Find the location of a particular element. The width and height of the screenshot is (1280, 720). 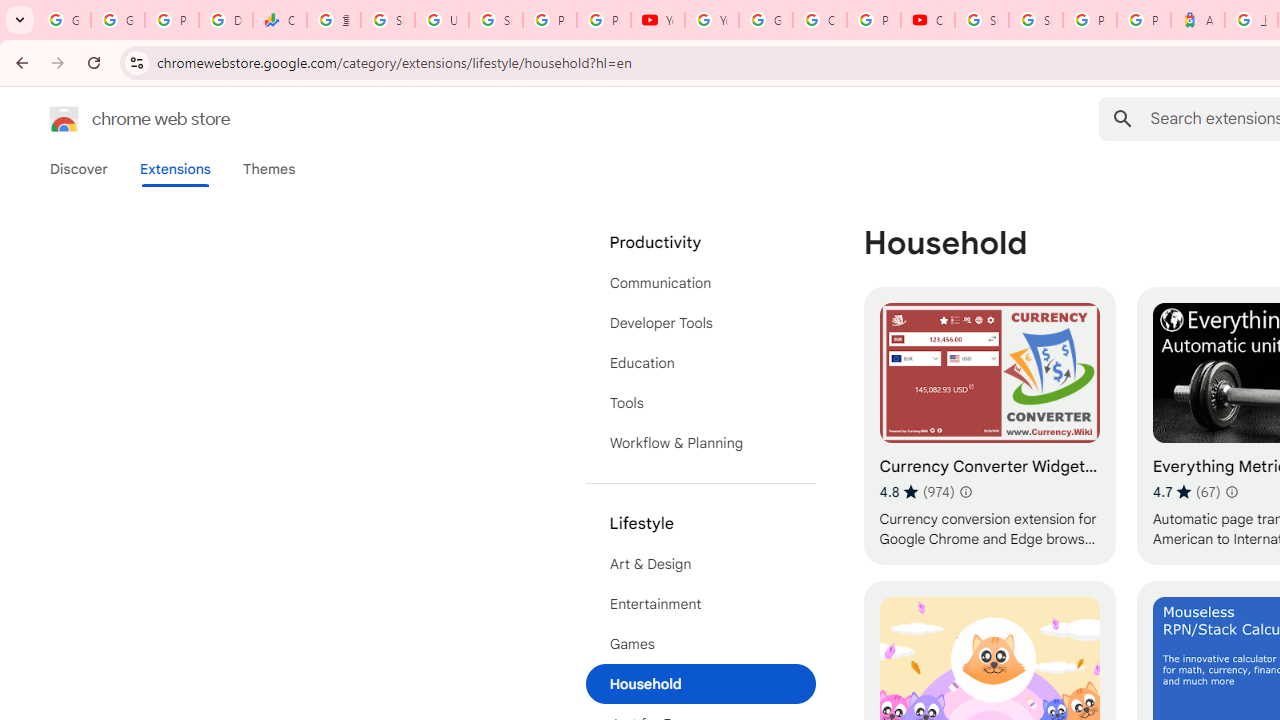

'Currency Converter Widget - Exchange Rates' is located at coordinates (989, 425).